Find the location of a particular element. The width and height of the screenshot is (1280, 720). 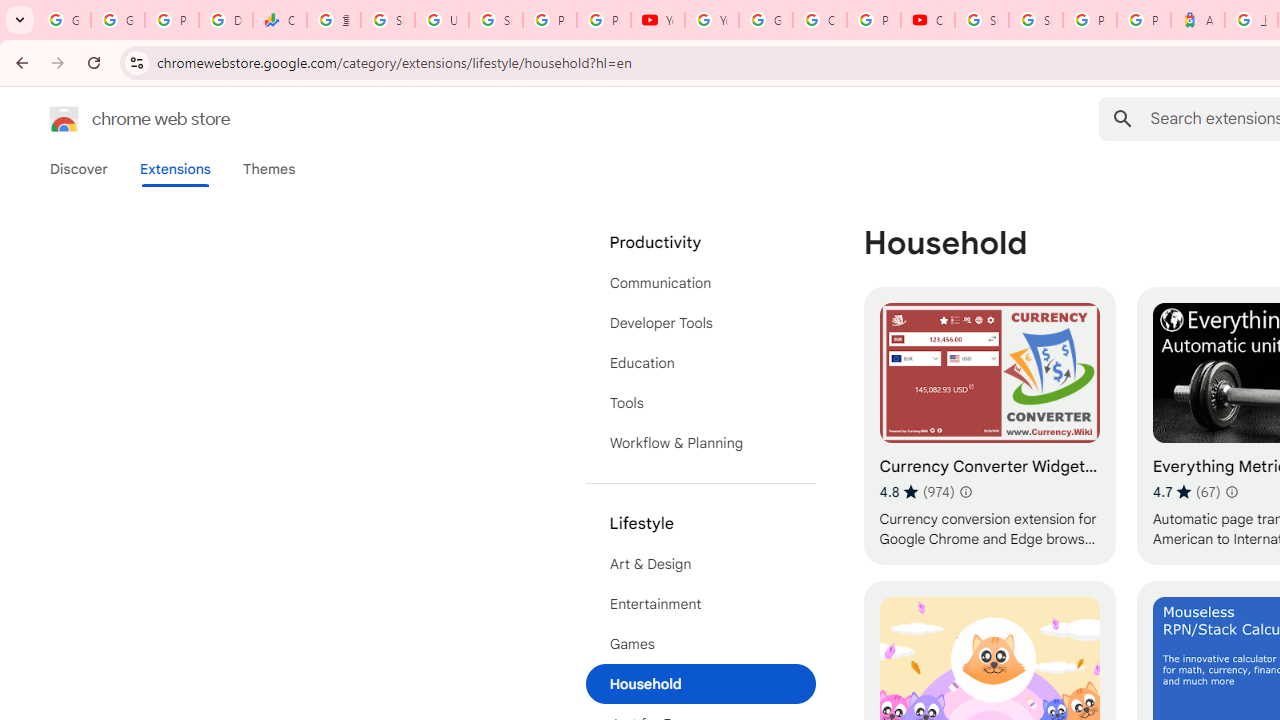

'Currency Converter Widget - Exchange Rates' is located at coordinates (989, 425).